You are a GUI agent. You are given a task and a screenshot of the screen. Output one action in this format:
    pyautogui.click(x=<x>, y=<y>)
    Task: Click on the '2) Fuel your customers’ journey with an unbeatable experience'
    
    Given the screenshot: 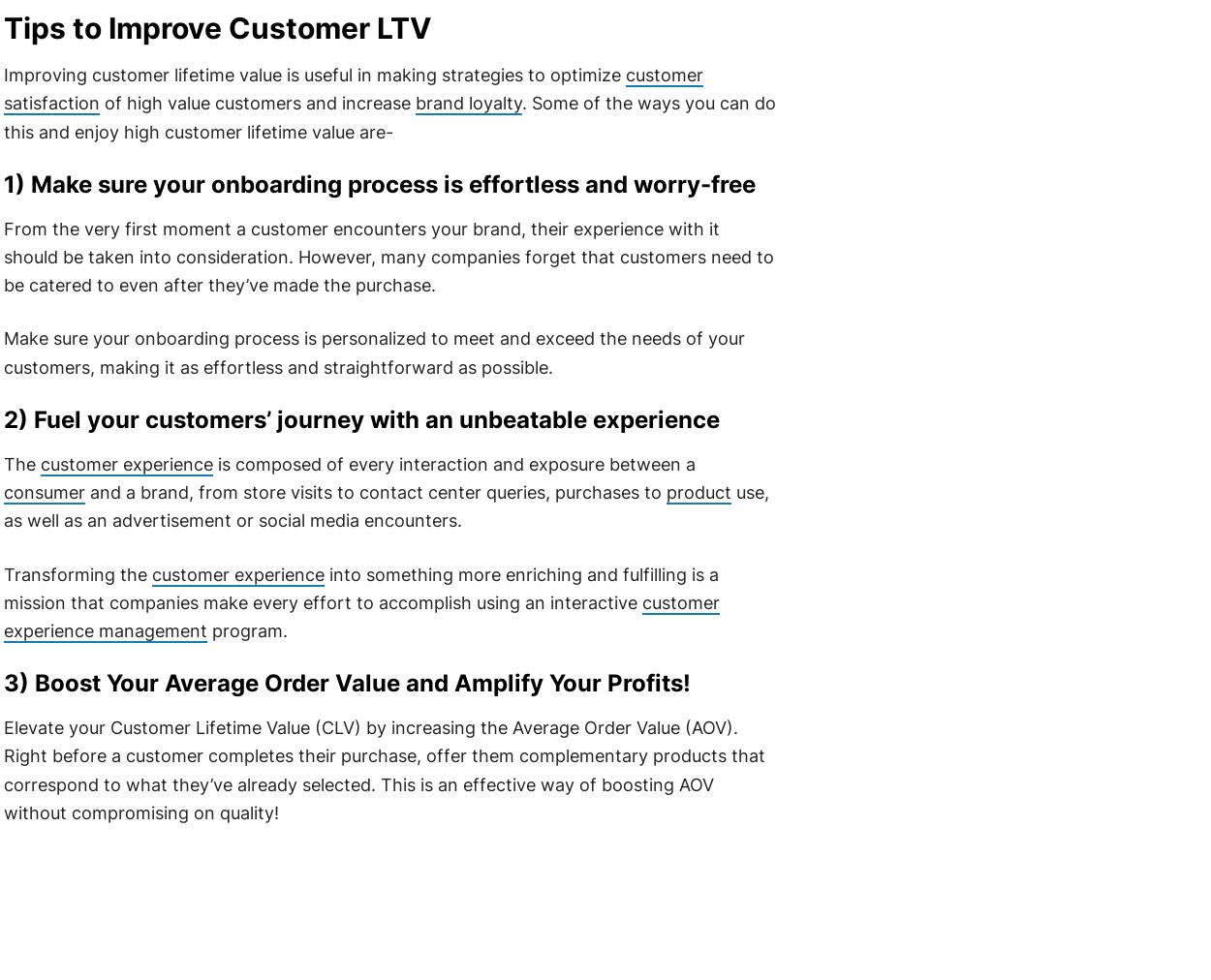 What is the action you would take?
    pyautogui.click(x=359, y=418)
    